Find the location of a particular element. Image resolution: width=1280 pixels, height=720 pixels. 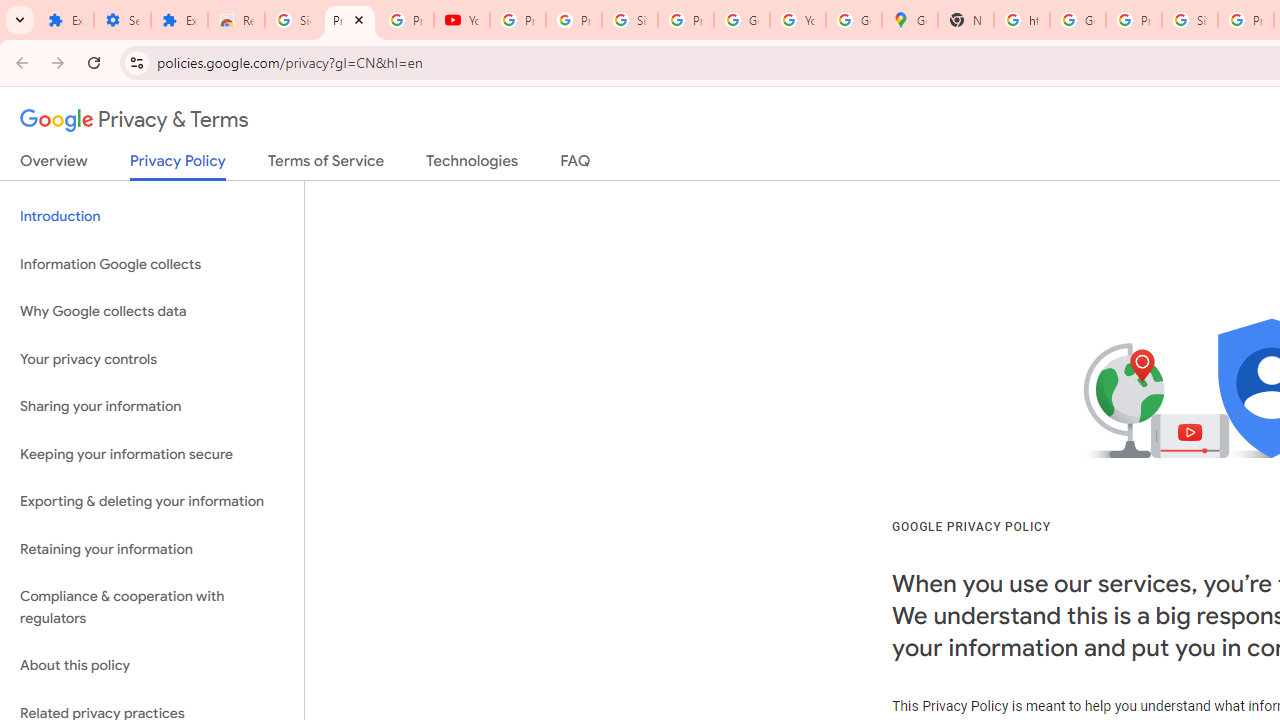

'Google Maps' is located at coordinates (909, 20).